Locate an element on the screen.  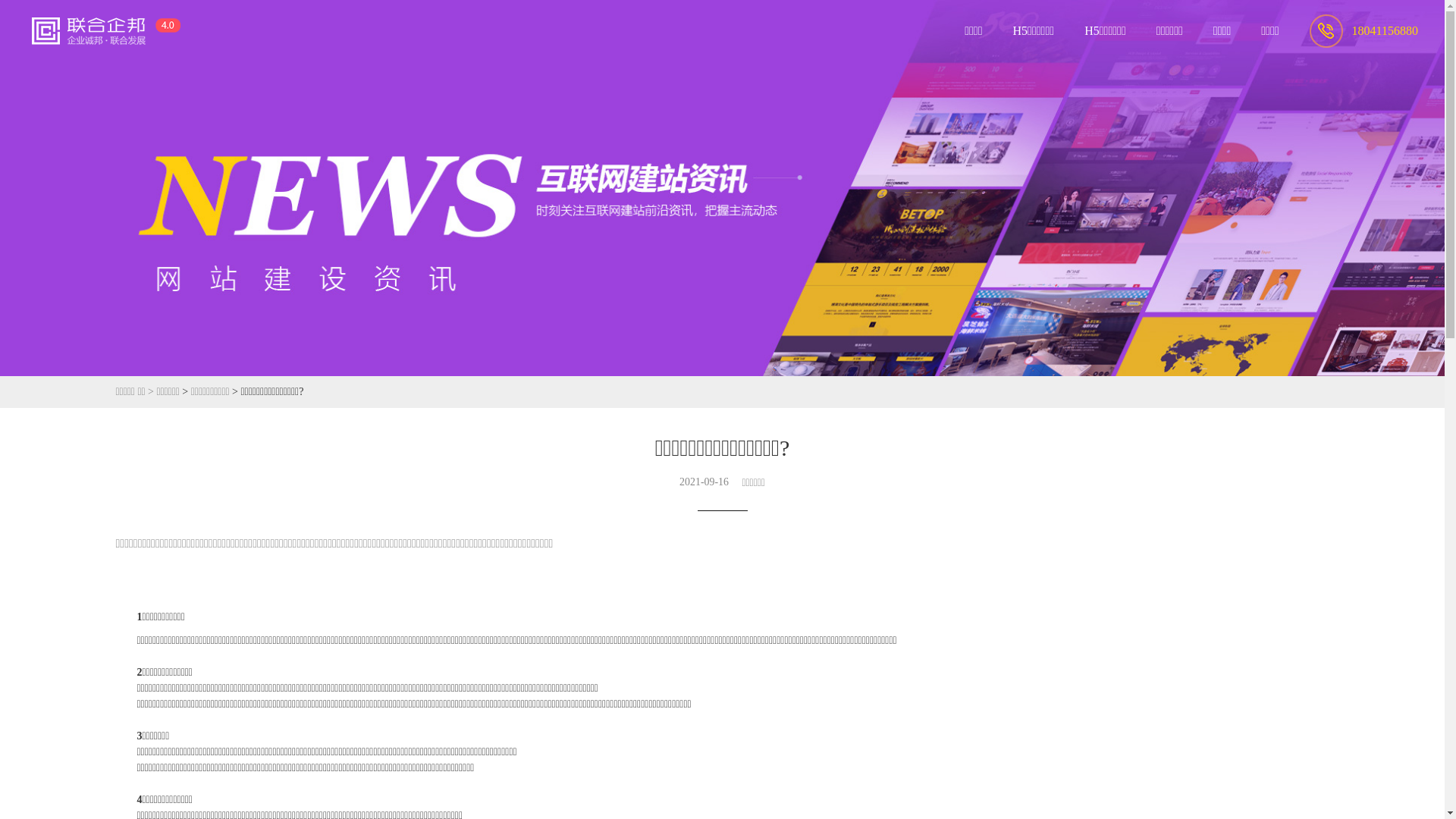
'18041156880' is located at coordinates (1309, 30).